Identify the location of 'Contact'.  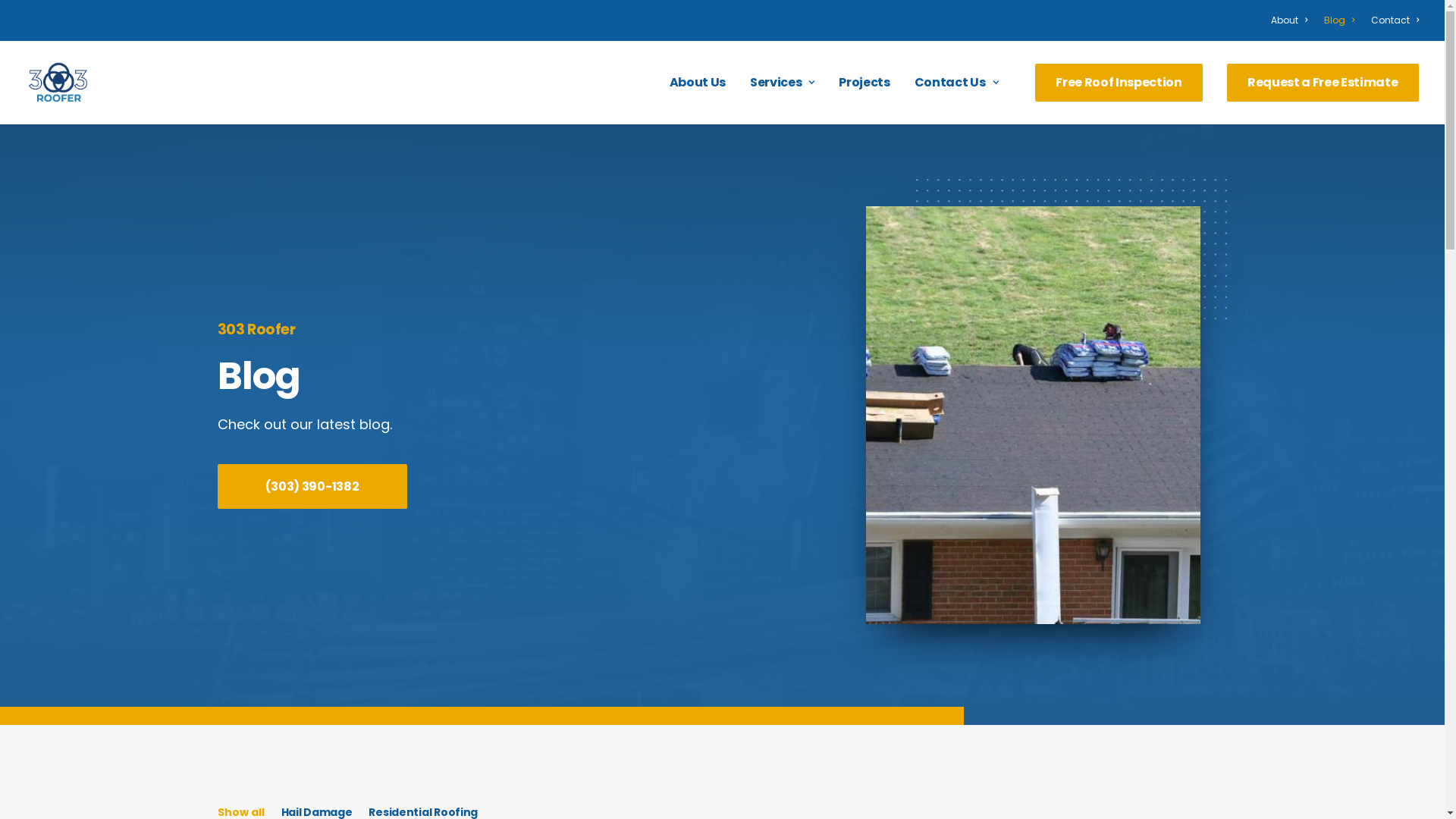
(1391, 20).